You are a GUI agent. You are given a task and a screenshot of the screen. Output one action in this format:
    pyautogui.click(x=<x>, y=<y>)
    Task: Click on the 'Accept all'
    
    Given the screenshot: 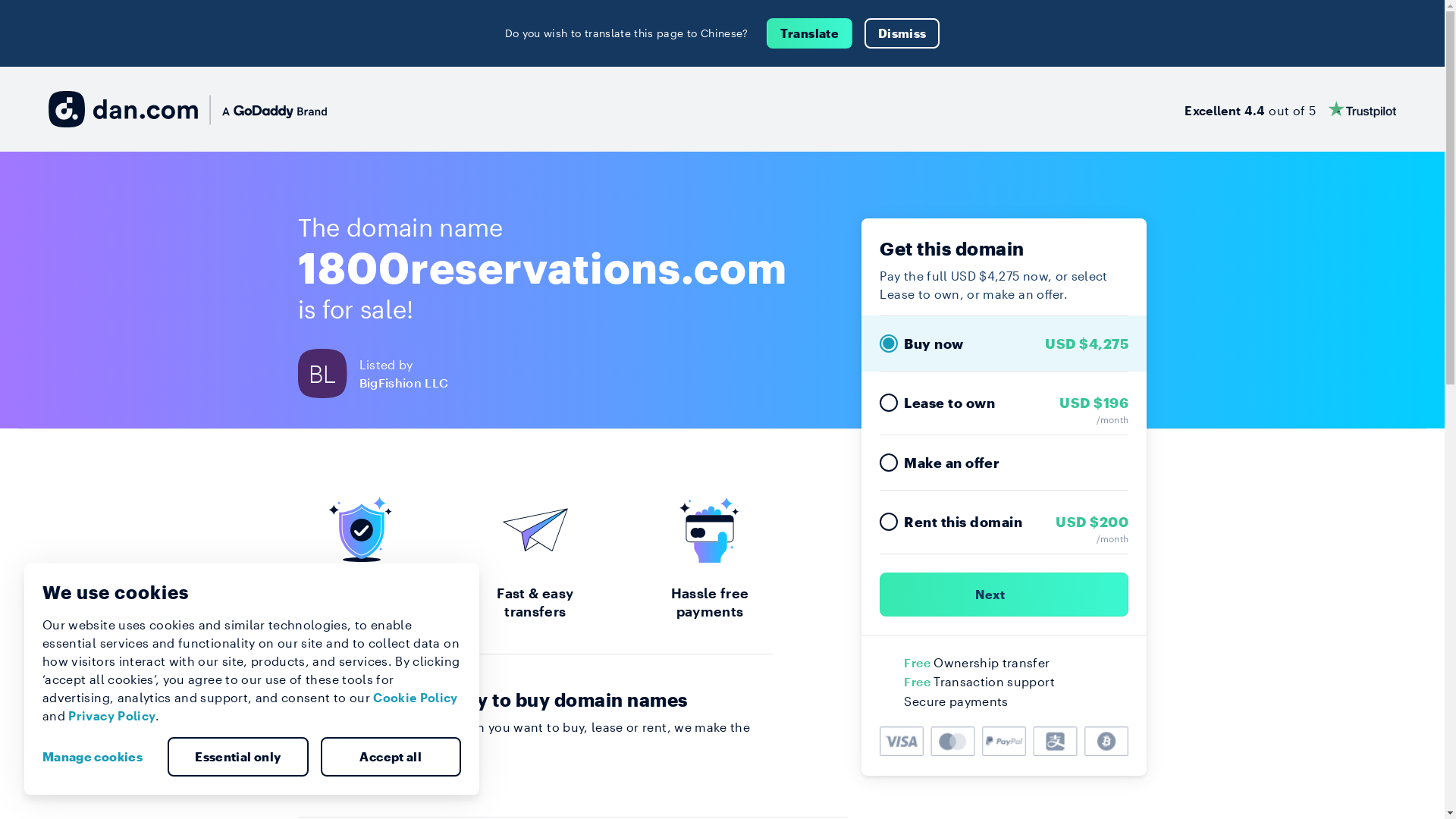 What is the action you would take?
    pyautogui.click(x=319, y=757)
    